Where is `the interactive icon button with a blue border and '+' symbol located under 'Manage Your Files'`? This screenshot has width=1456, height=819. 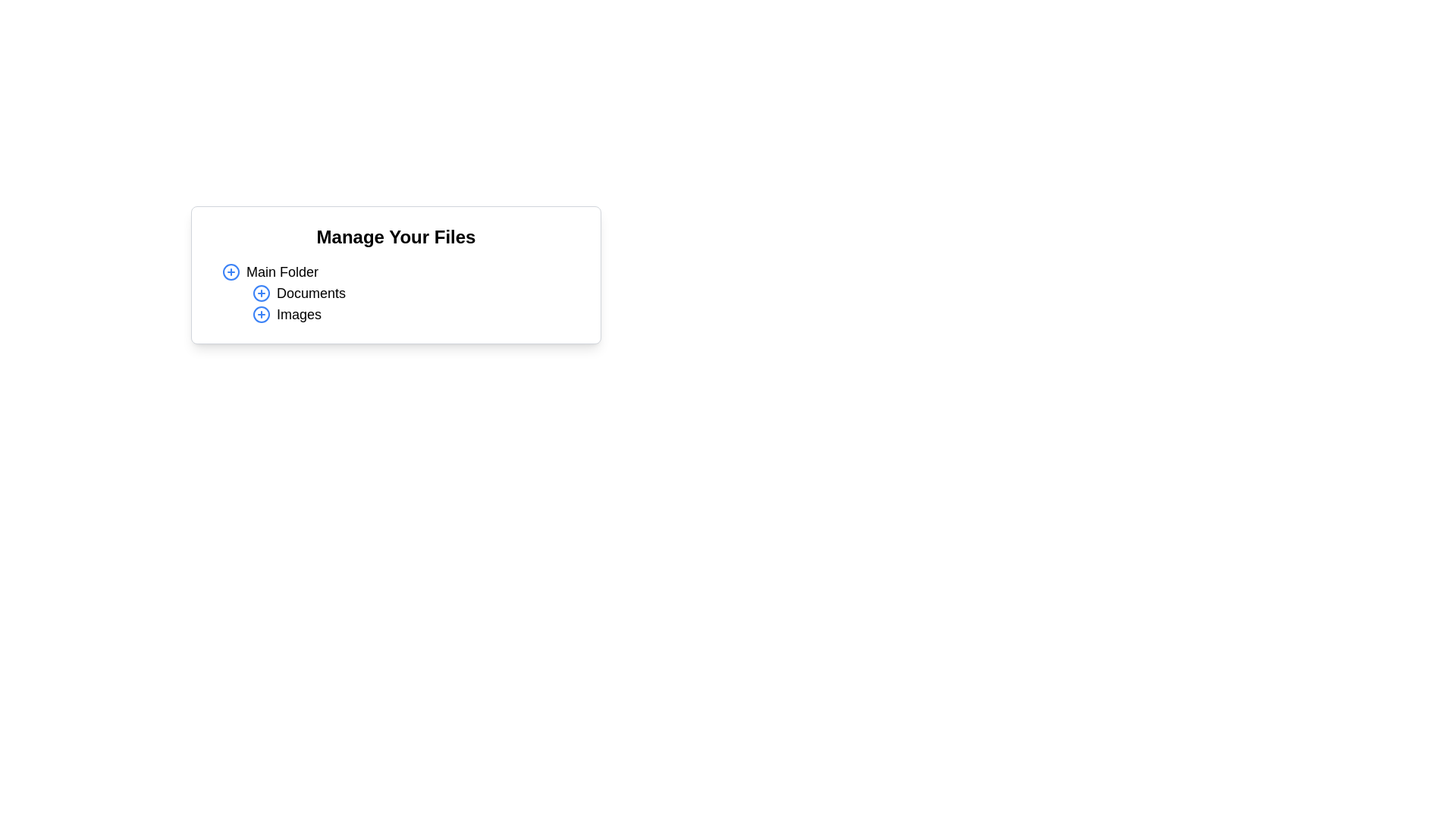
the interactive icon button with a blue border and '+' symbol located under 'Manage Your Files' is located at coordinates (262, 293).